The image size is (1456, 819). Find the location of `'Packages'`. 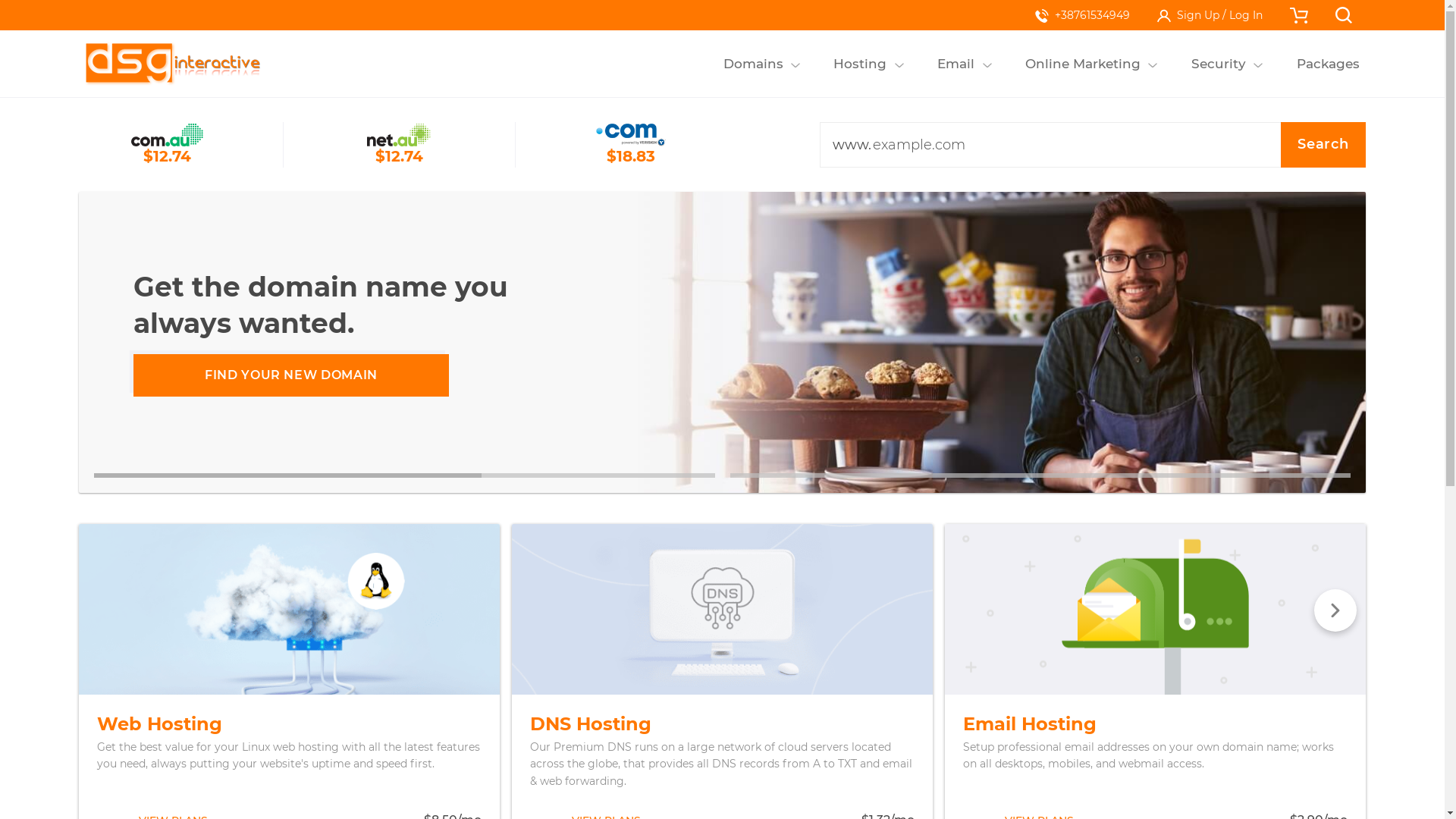

'Packages' is located at coordinates (1327, 63).